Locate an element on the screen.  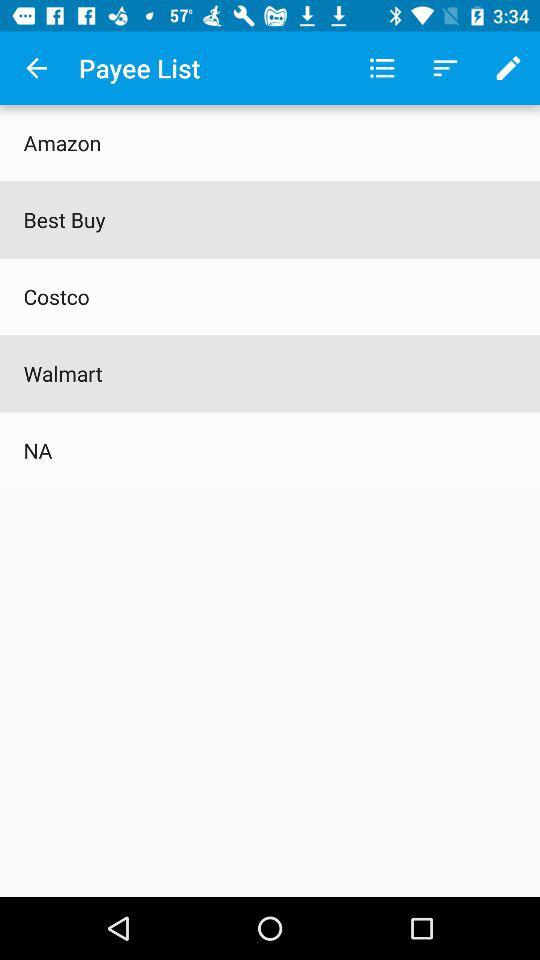
item to the left of payee list app is located at coordinates (36, 68).